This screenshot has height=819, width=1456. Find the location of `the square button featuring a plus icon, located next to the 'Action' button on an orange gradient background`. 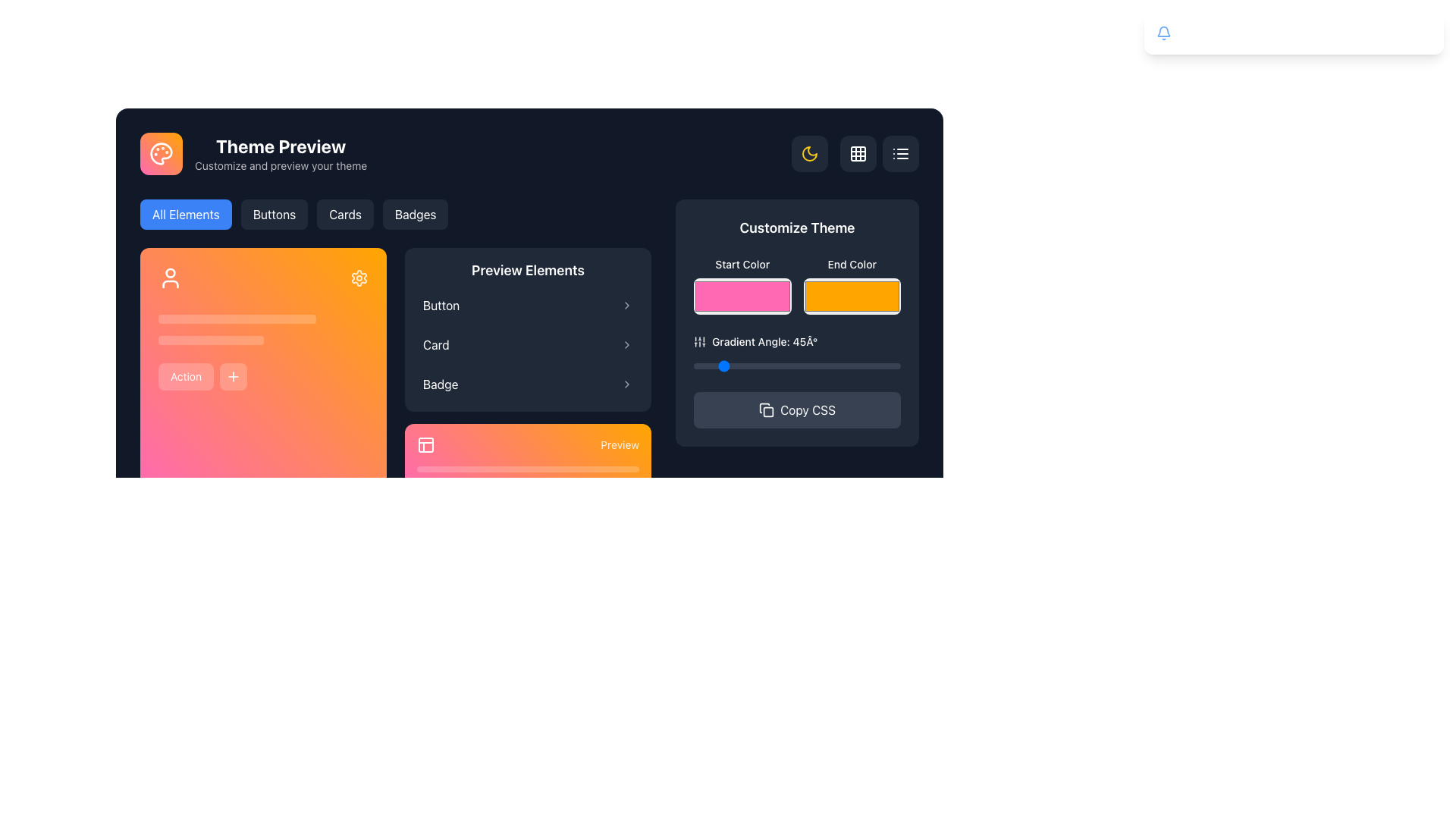

the square button featuring a plus icon, located next to the 'Action' button on an orange gradient background is located at coordinates (232, 376).